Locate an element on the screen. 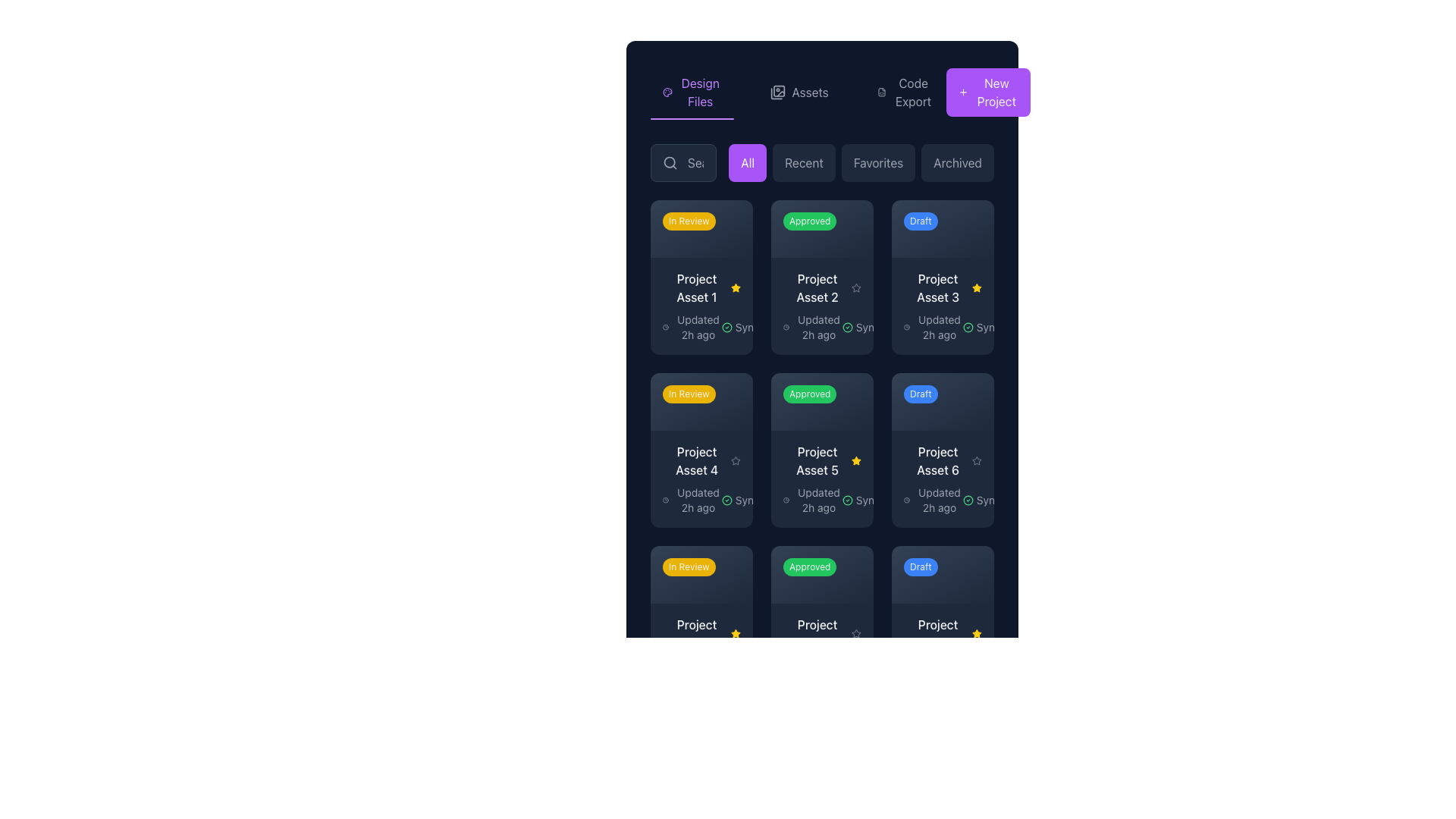  the icon next to the 'Synced' text in the bottom-right corner of the 'Project Asset 2' card to obtain additional information about the sync status is located at coordinates (846, 326).